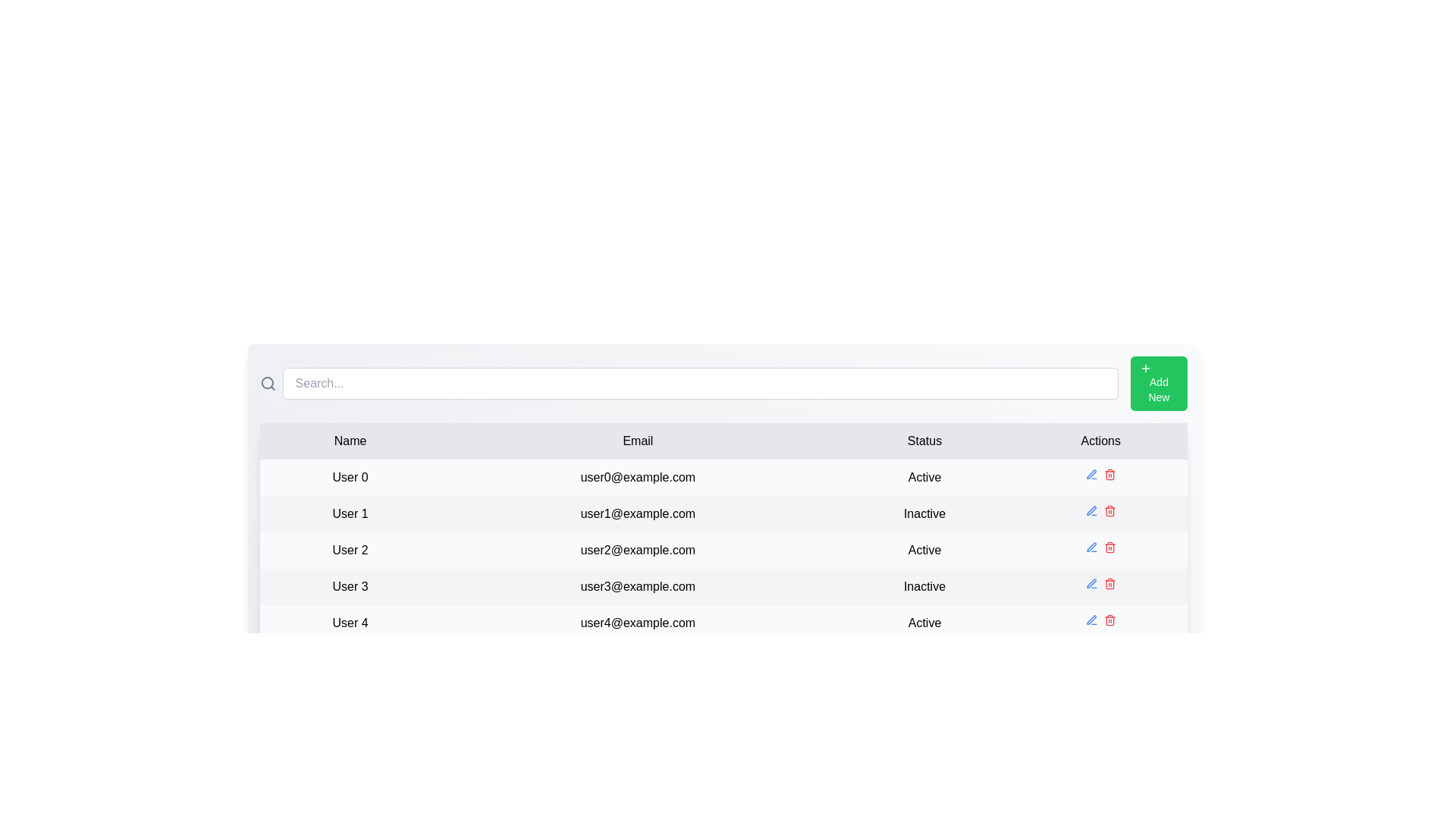 The width and height of the screenshot is (1456, 819). I want to click on the delete icon for the row corresponding to User 2, so click(1109, 547).